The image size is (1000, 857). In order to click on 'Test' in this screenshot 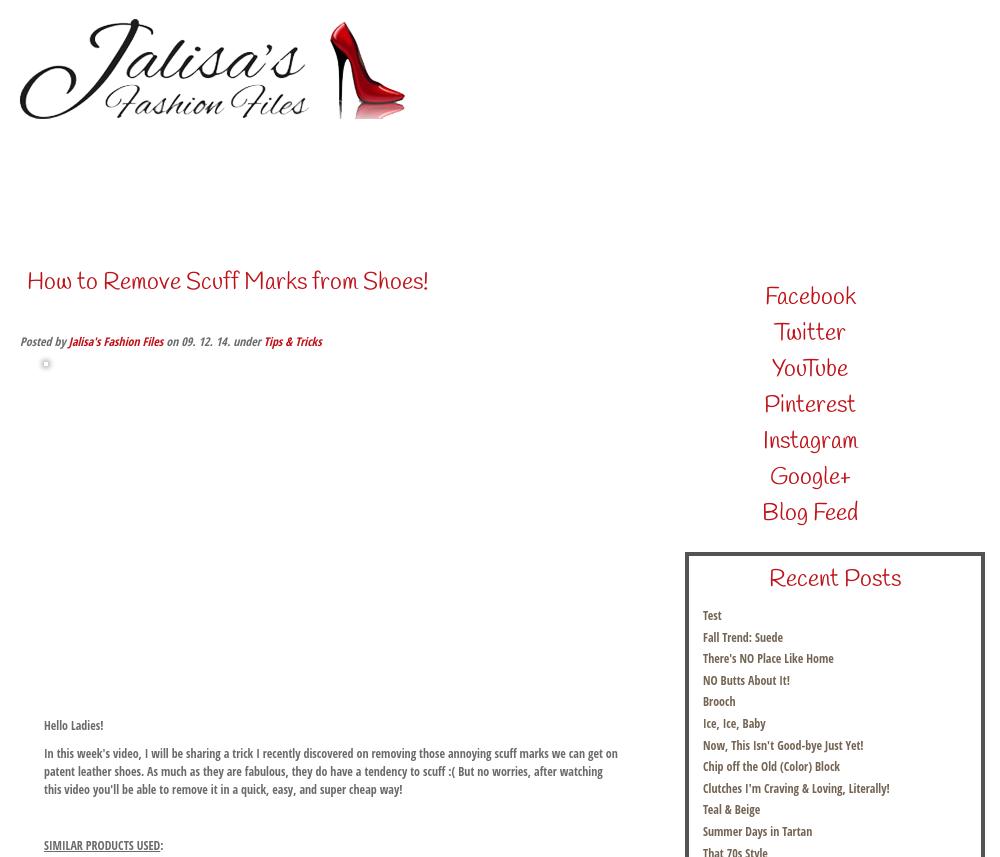, I will do `click(702, 614)`.